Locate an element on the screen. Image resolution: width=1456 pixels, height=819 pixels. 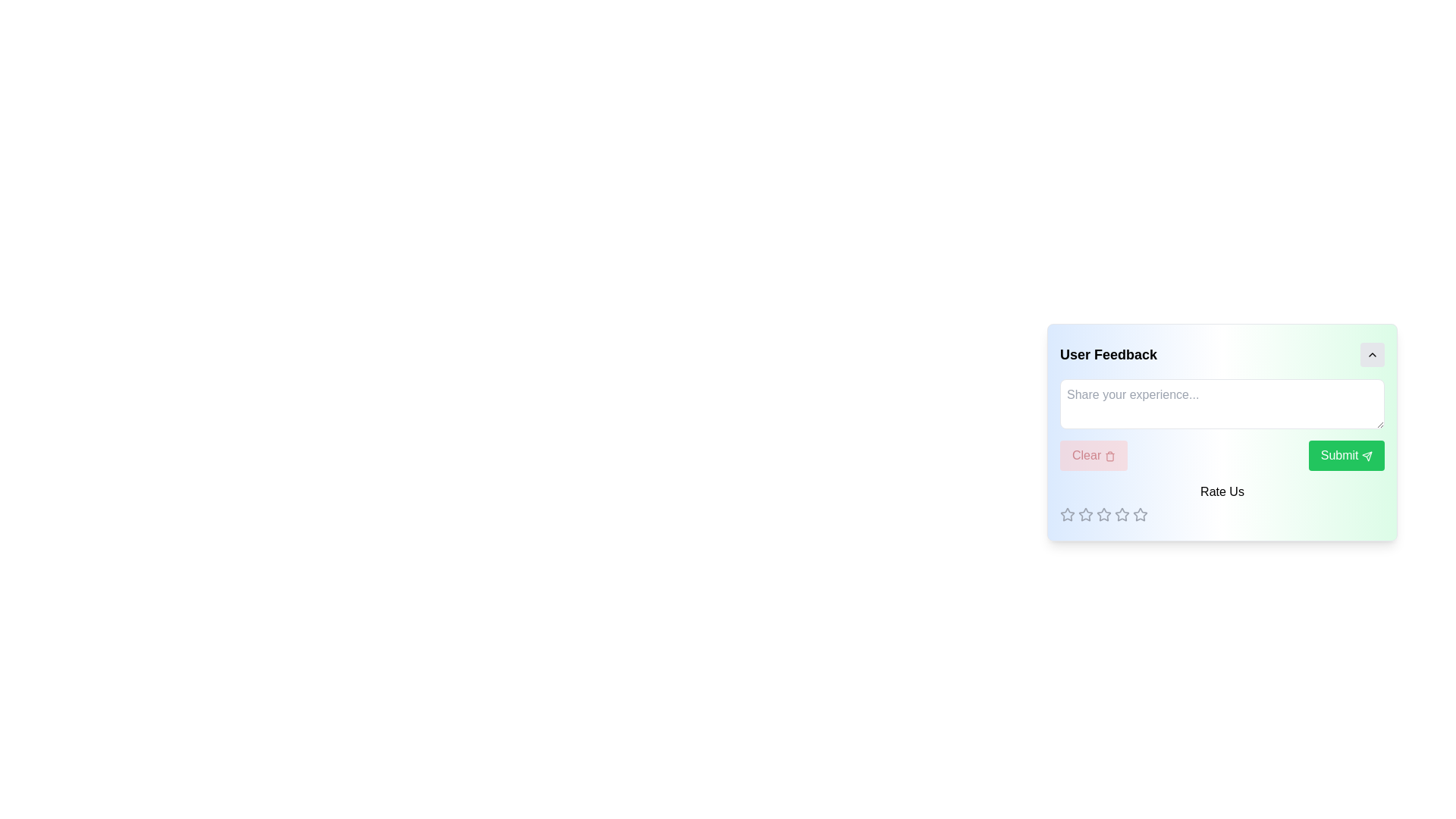
the fourth star icon in the rating interface to set the rating is located at coordinates (1140, 513).